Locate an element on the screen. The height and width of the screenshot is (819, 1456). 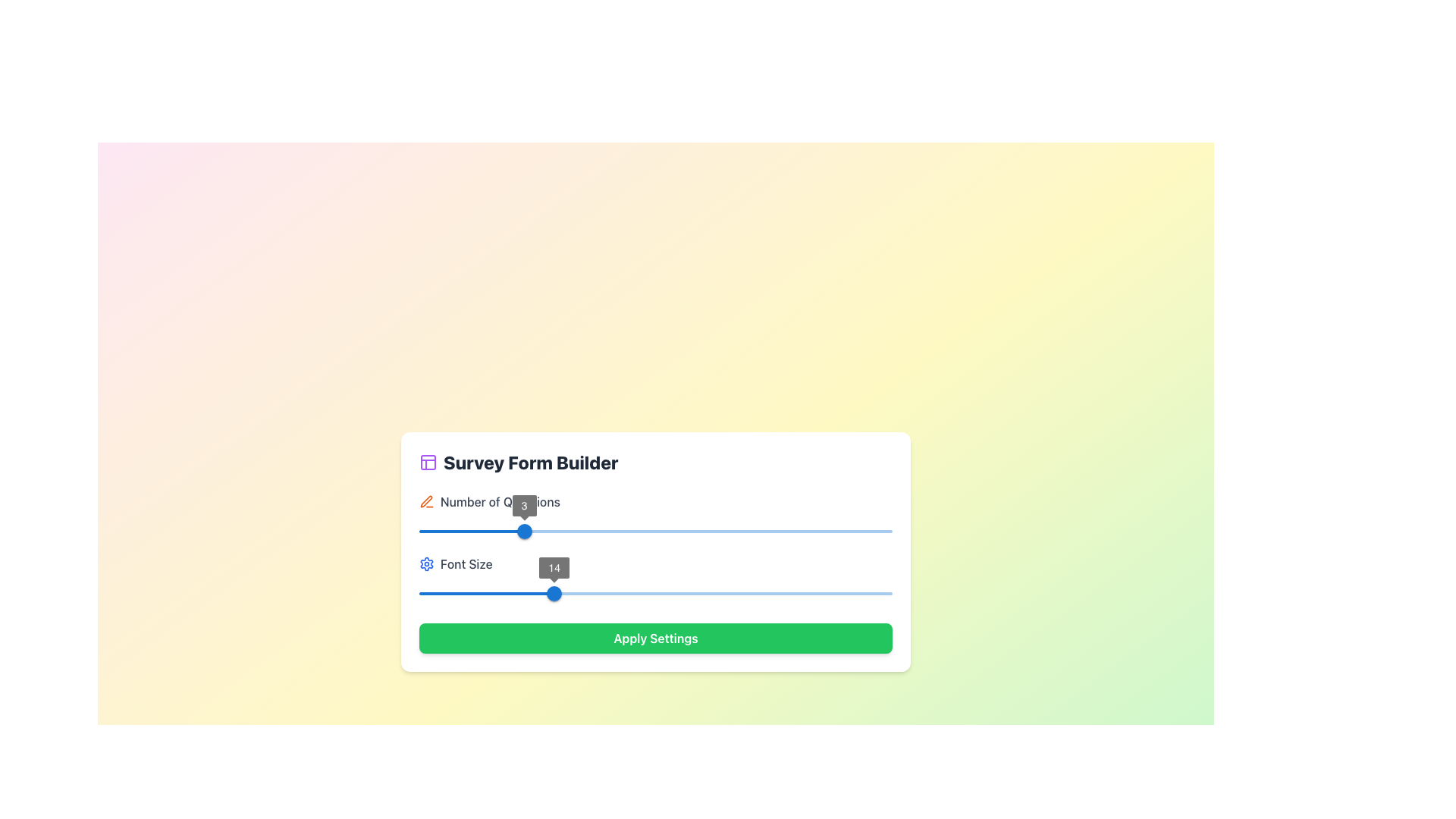
the blue gear settings icon located to the left of the 'Font Size' label in the Survey Form Builder card is located at coordinates (425, 564).